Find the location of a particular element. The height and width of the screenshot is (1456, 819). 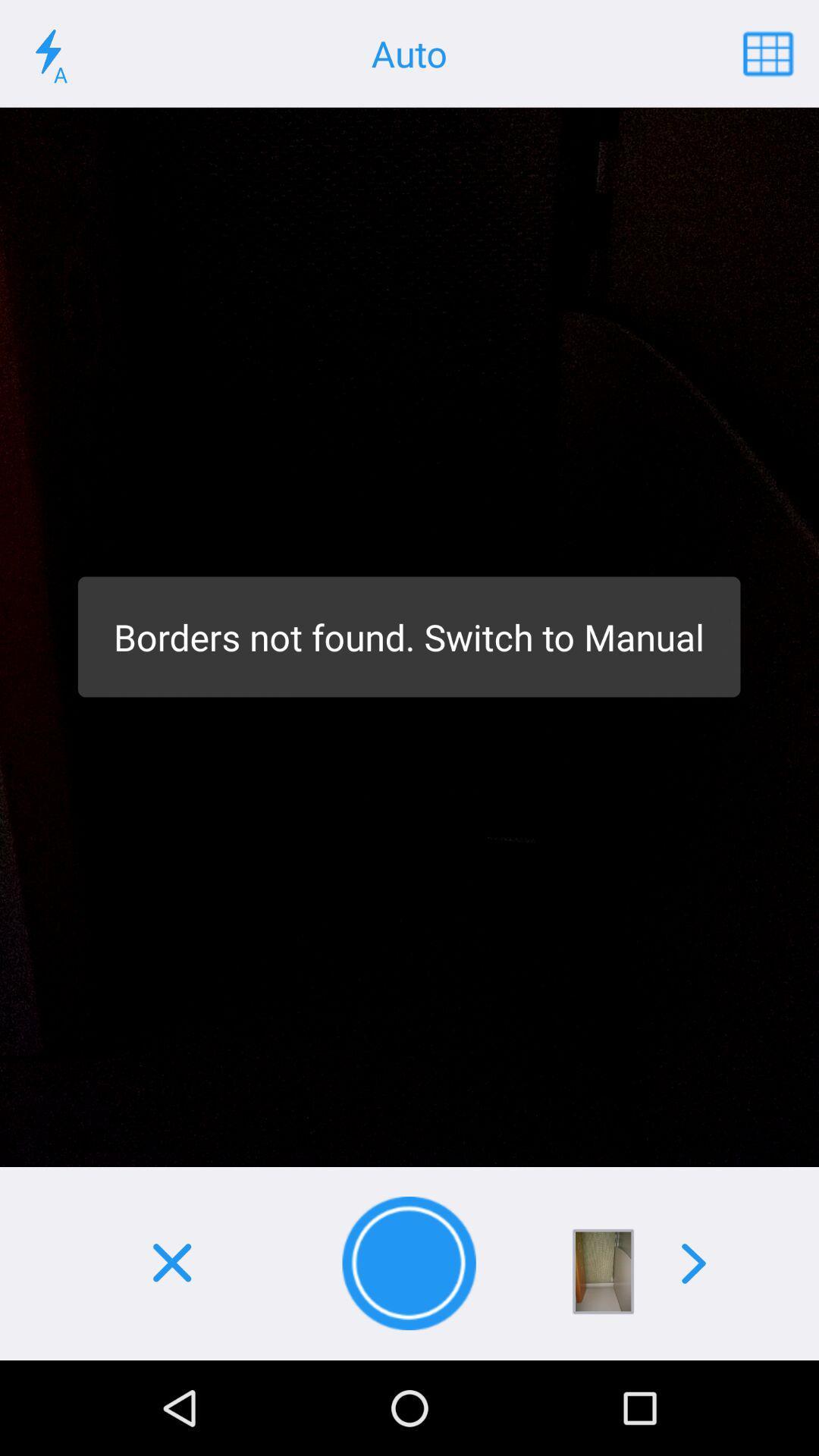

the close icon is located at coordinates (171, 1263).